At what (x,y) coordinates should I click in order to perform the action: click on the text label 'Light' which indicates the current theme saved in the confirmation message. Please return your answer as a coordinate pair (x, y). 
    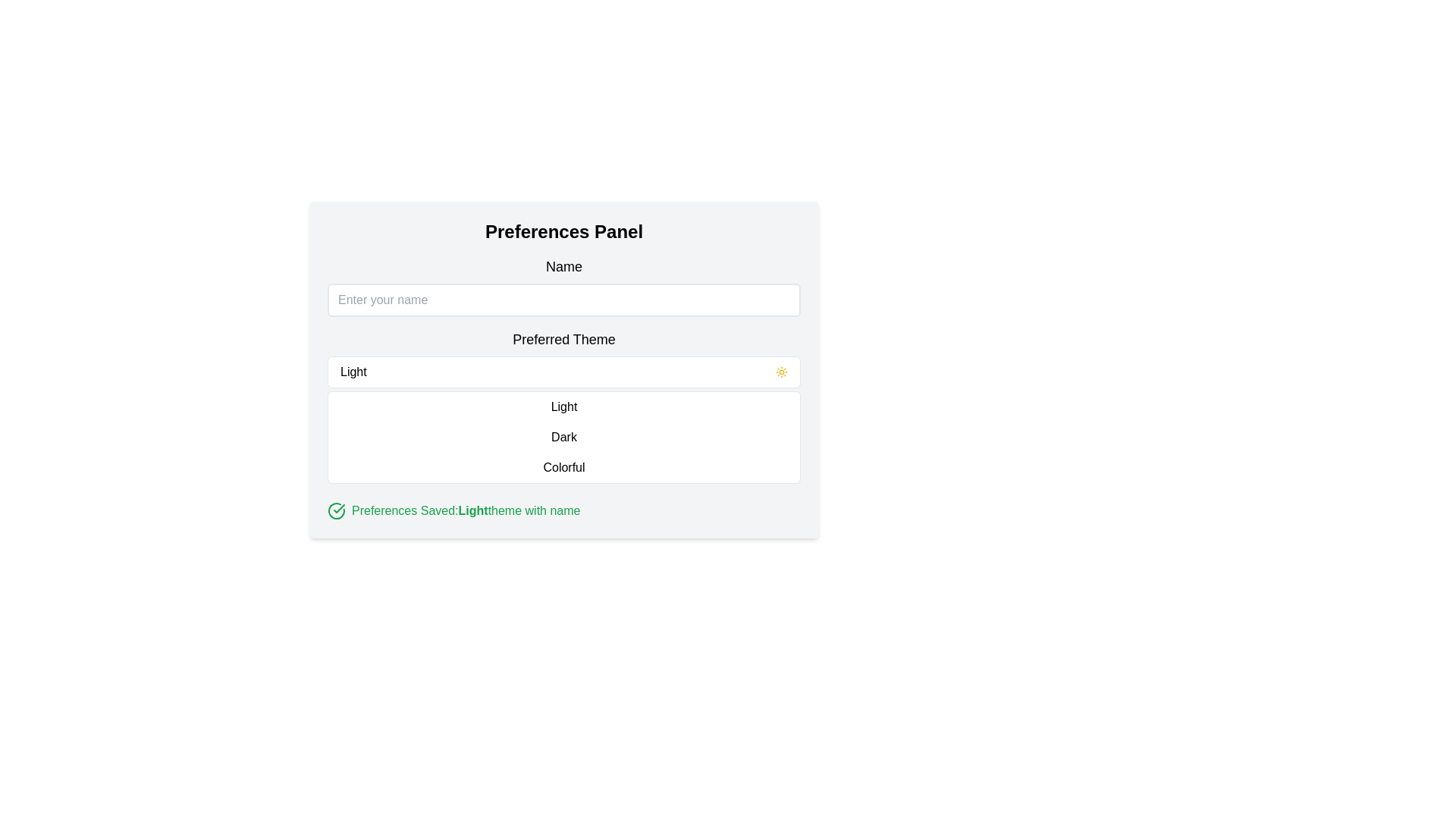
    Looking at the image, I should click on (472, 511).